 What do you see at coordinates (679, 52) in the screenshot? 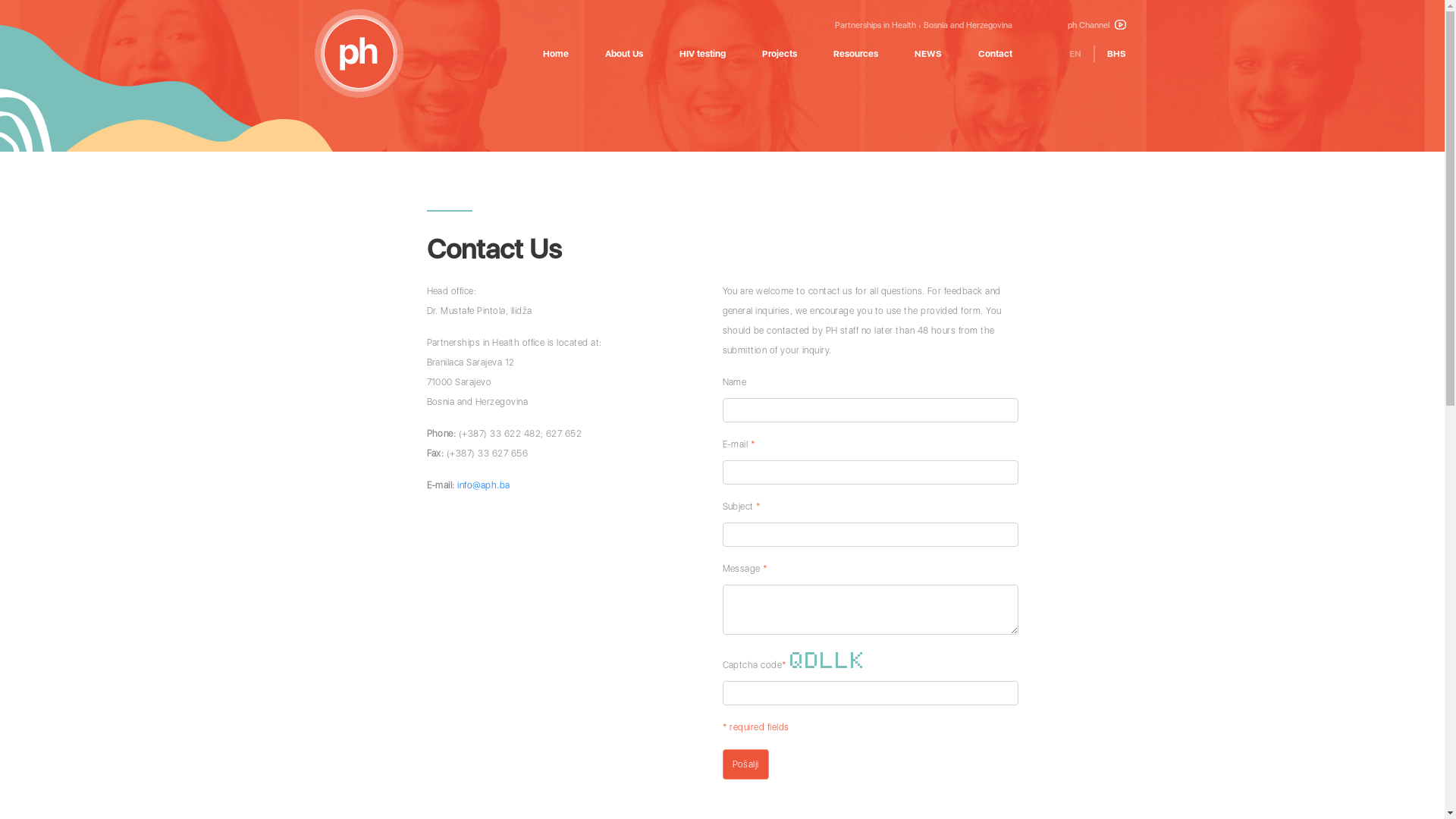
I see `'HIV testing'` at bounding box center [679, 52].